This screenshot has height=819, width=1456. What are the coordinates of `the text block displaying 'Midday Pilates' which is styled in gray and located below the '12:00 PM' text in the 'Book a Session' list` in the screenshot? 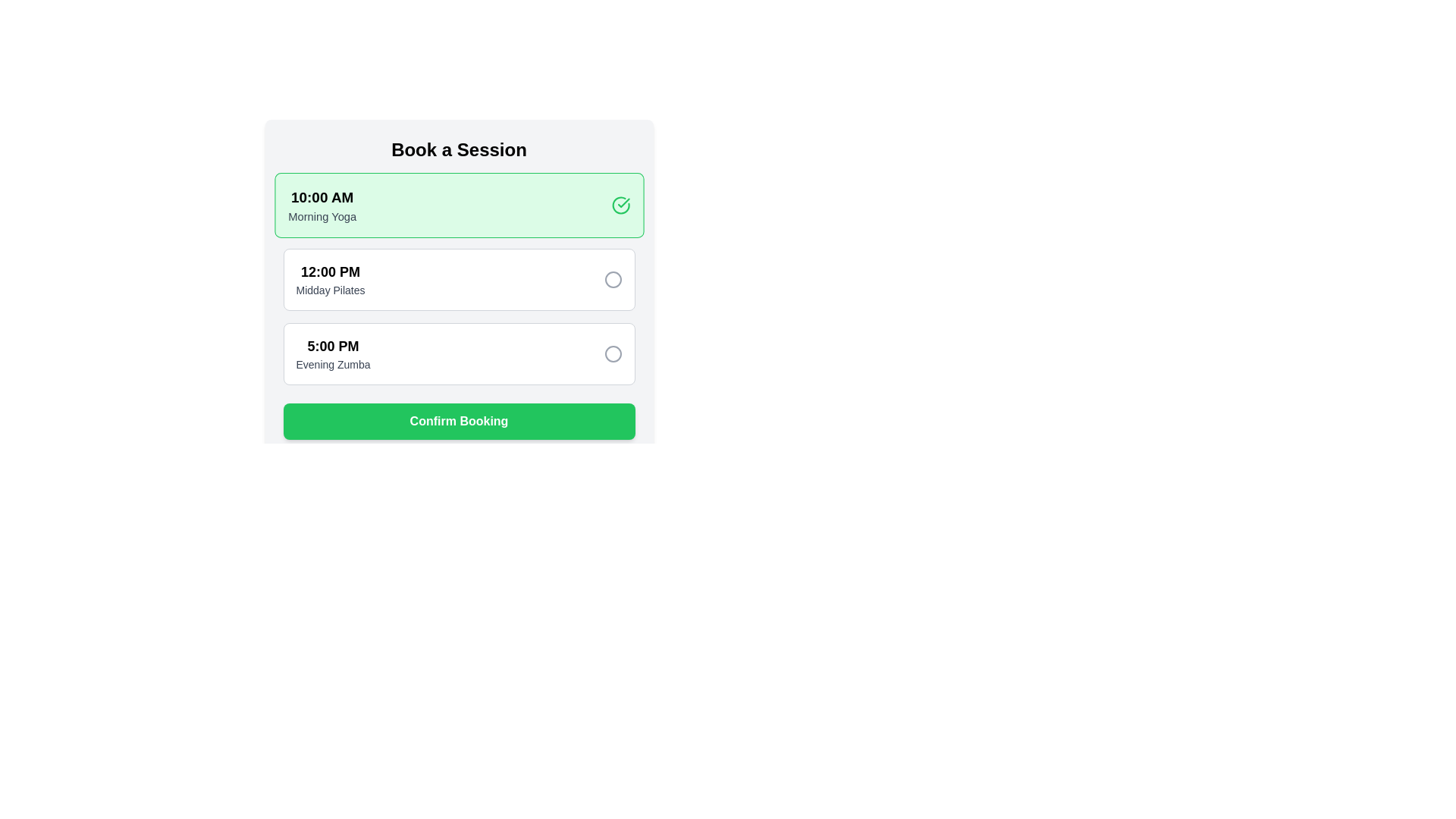 It's located at (330, 290).